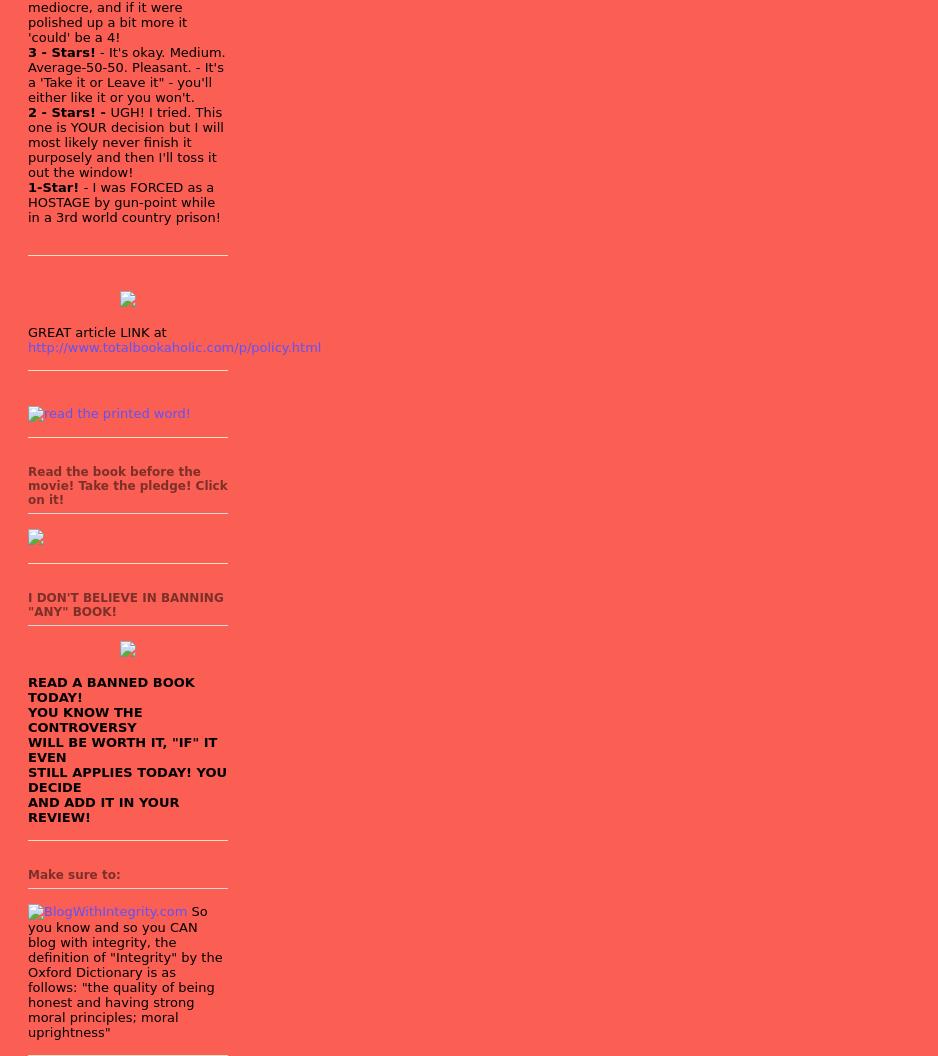 This screenshot has height=1056, width=938. What do you see at coordinates (124, 141) in the screenshot?
I see `'UGH! I tried. This one is YOUR decision but I will most likely never finish it purposely and then I'll toss it out the window!'` at bounding box center [124, 141].